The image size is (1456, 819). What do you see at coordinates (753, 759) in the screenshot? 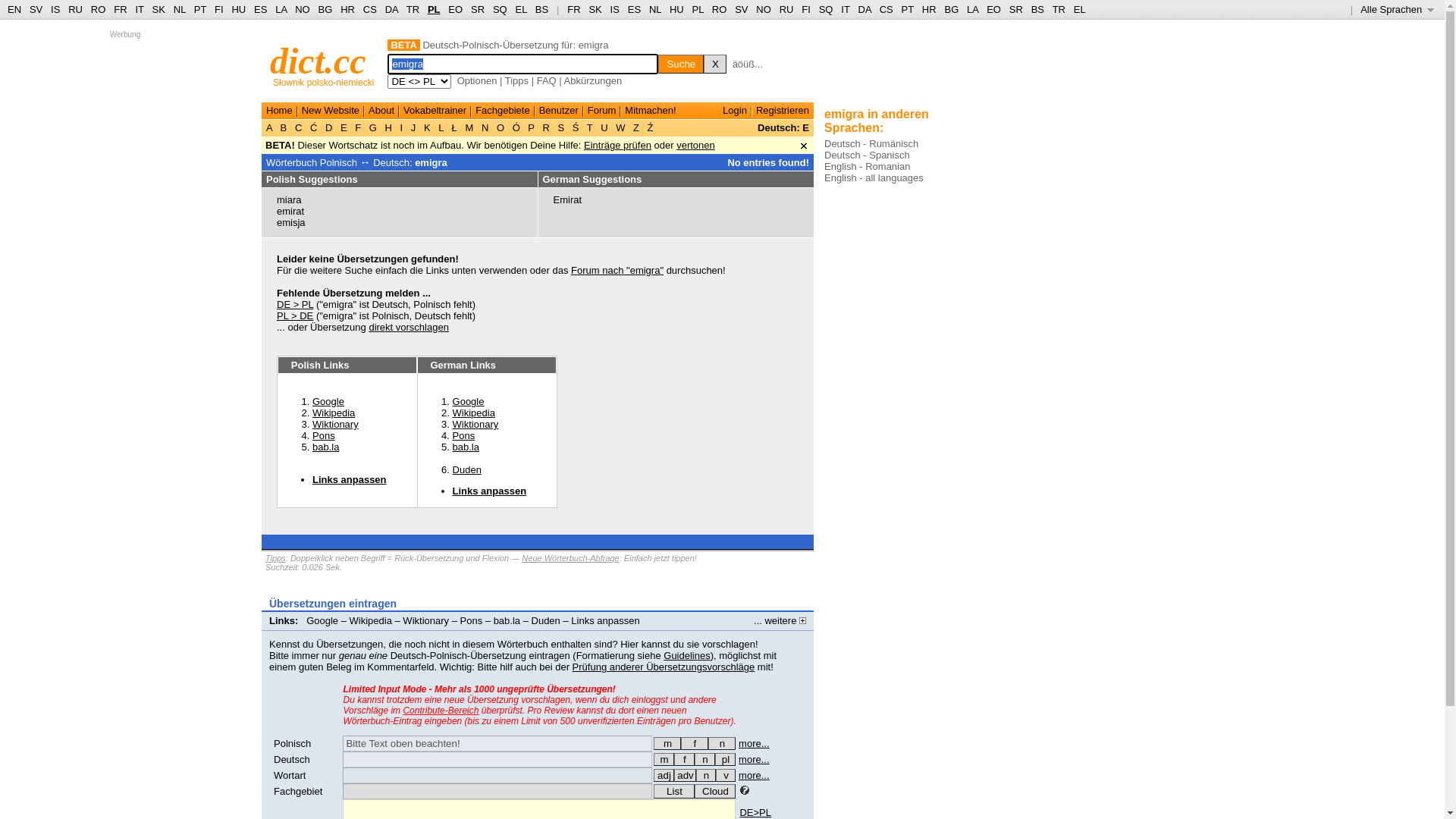
I see `'more...'` at bounding box center [753, 759].